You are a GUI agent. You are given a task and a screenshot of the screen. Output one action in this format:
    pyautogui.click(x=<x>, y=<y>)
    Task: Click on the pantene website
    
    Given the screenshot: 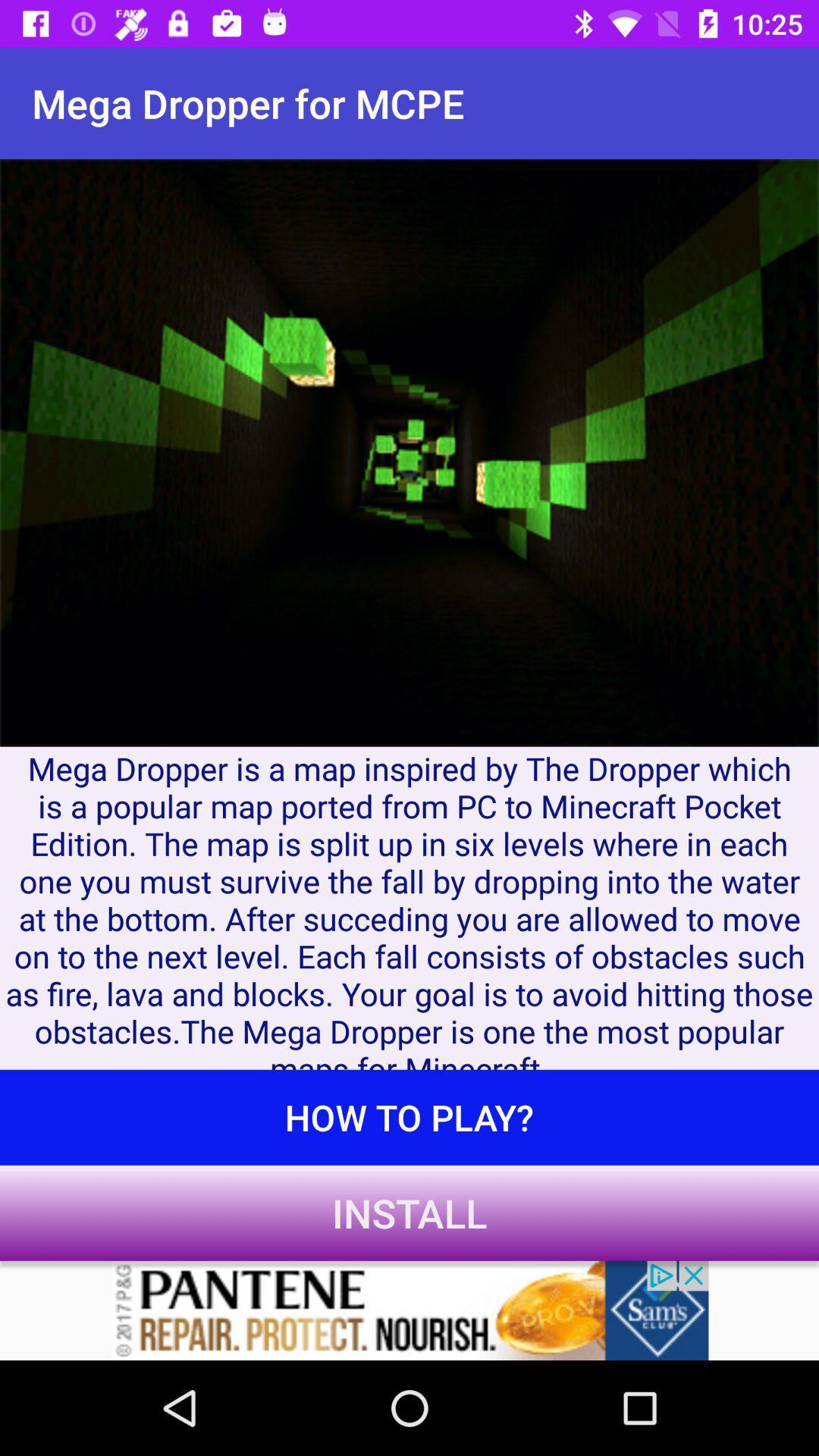 What is the action you would take?
    pyautogui.click(x=409, y=1310)
    